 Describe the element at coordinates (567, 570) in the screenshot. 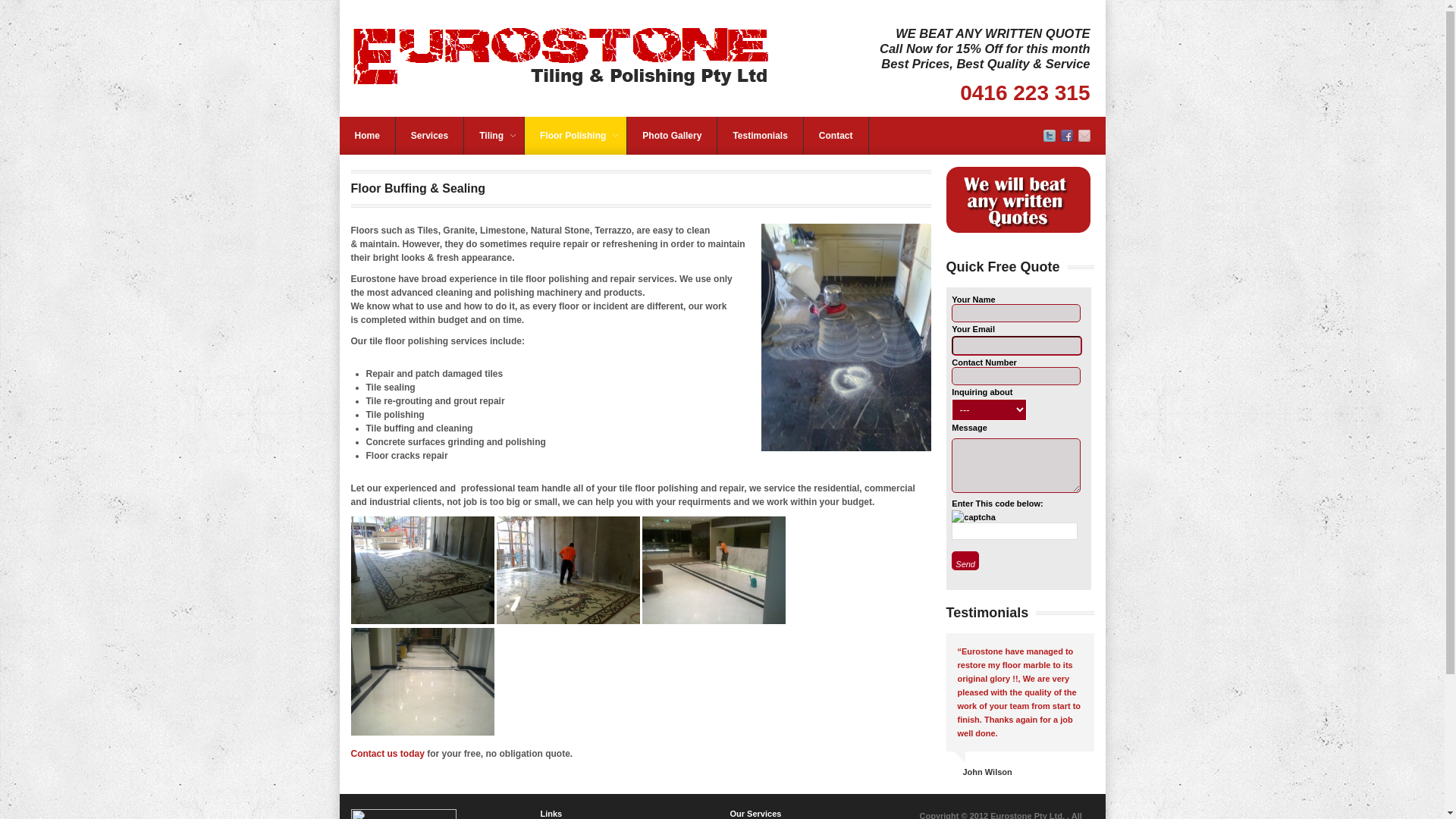

I see `'06052009357'` at that location.